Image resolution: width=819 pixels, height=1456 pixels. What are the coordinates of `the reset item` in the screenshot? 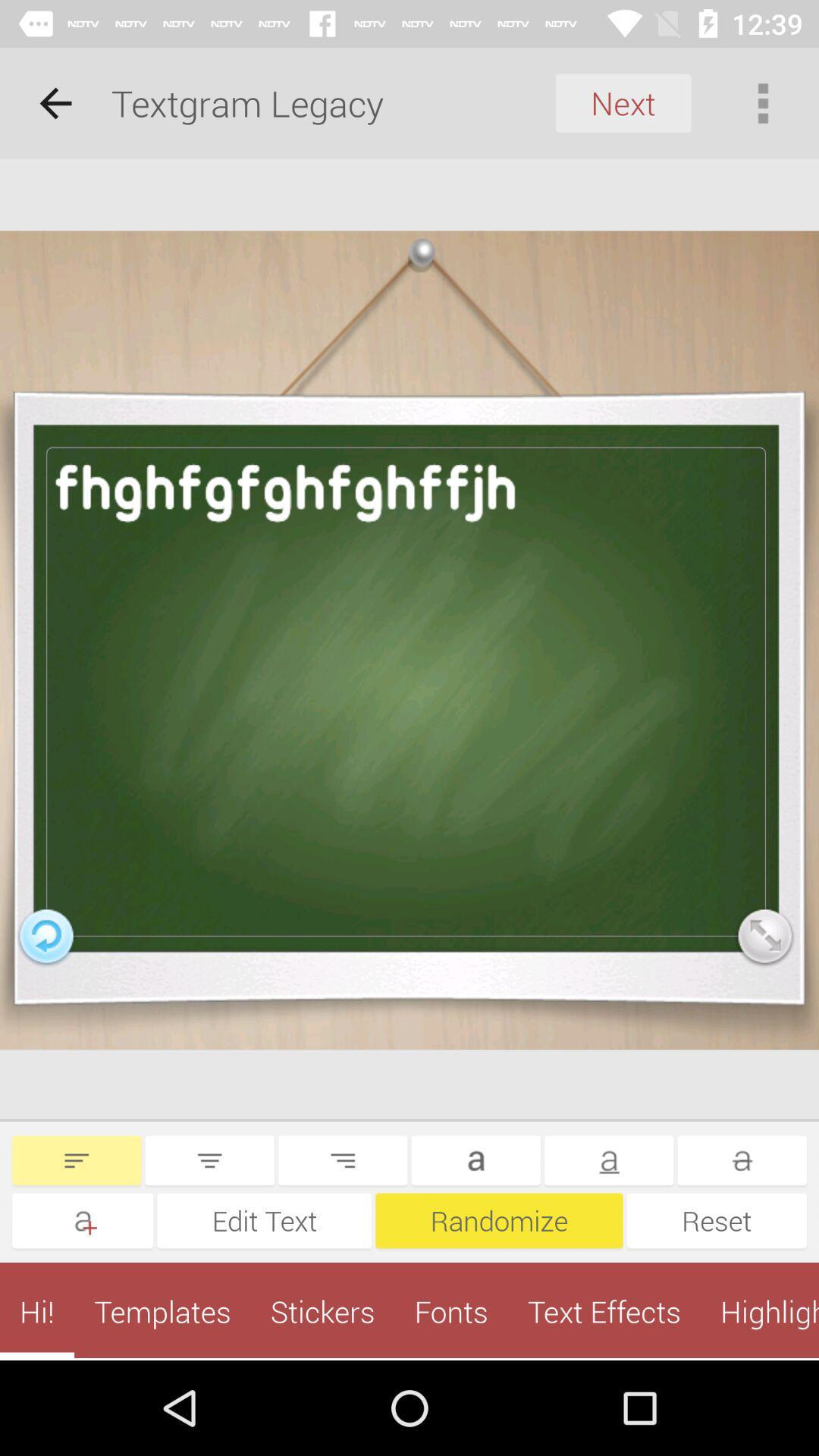 It's located at (717, 1220).